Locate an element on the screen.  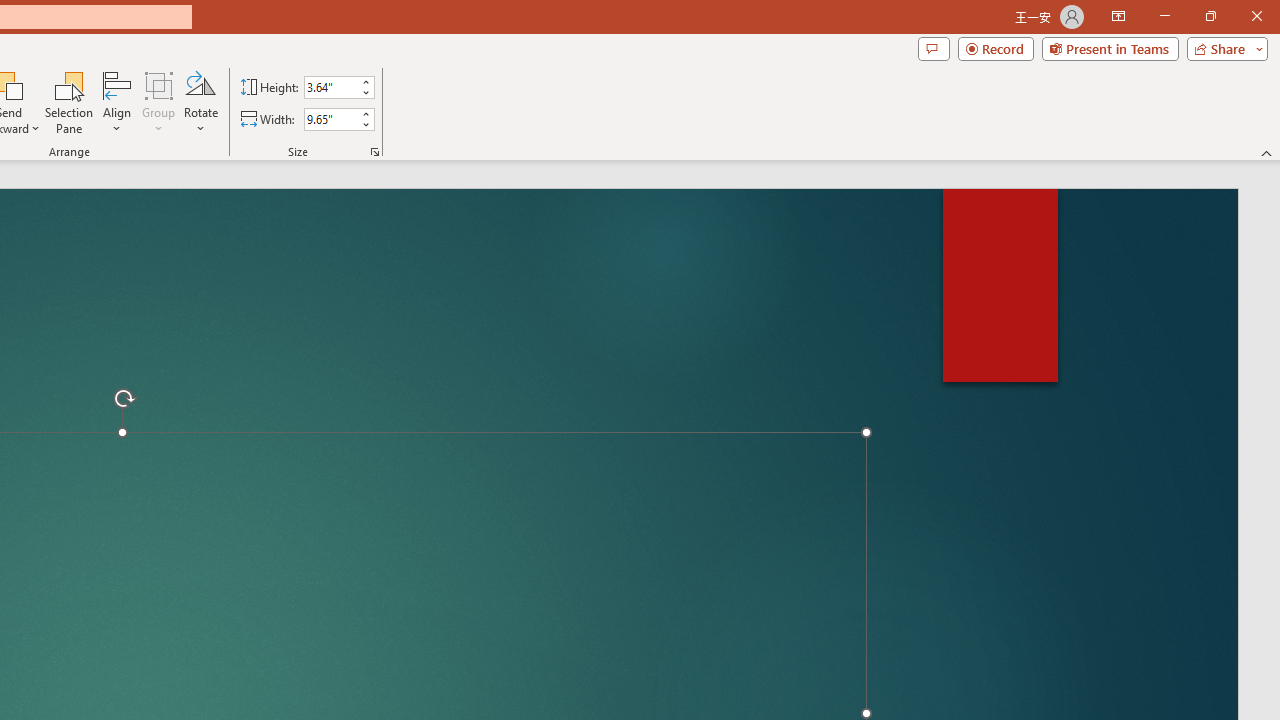
'Ribbon Display Options' is located at coordinates (1117, 16).